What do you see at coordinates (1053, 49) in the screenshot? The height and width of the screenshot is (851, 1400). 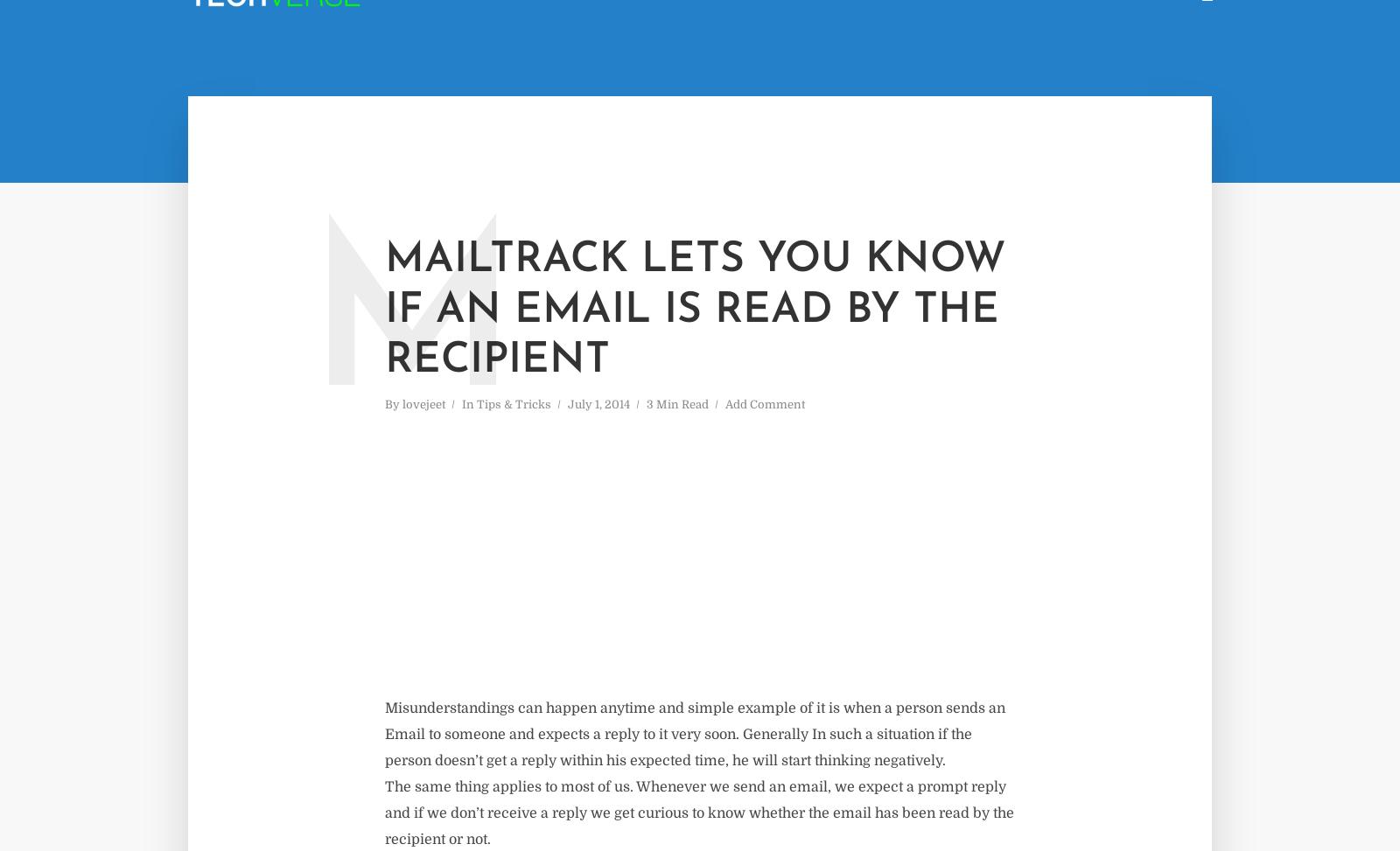 I see `'Category'` at bounding box center [1053, 49].